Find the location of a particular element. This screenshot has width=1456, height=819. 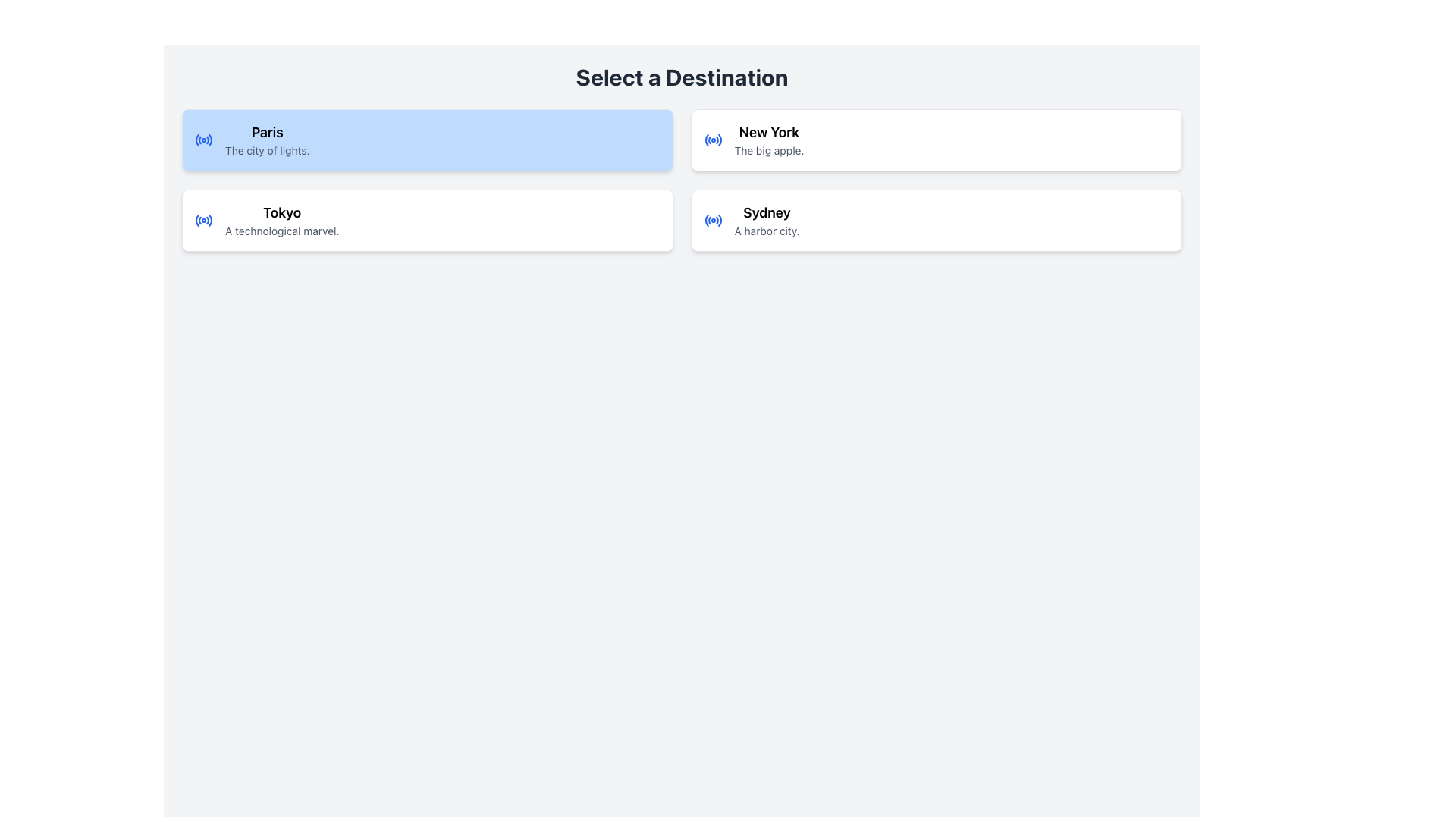

the text block displaying the name and description of the first city option, 'Paris', which is positioned at the top of the section labeled 'Select a Destination' in the vertical list of city cards is located at coordinates (267, 140).